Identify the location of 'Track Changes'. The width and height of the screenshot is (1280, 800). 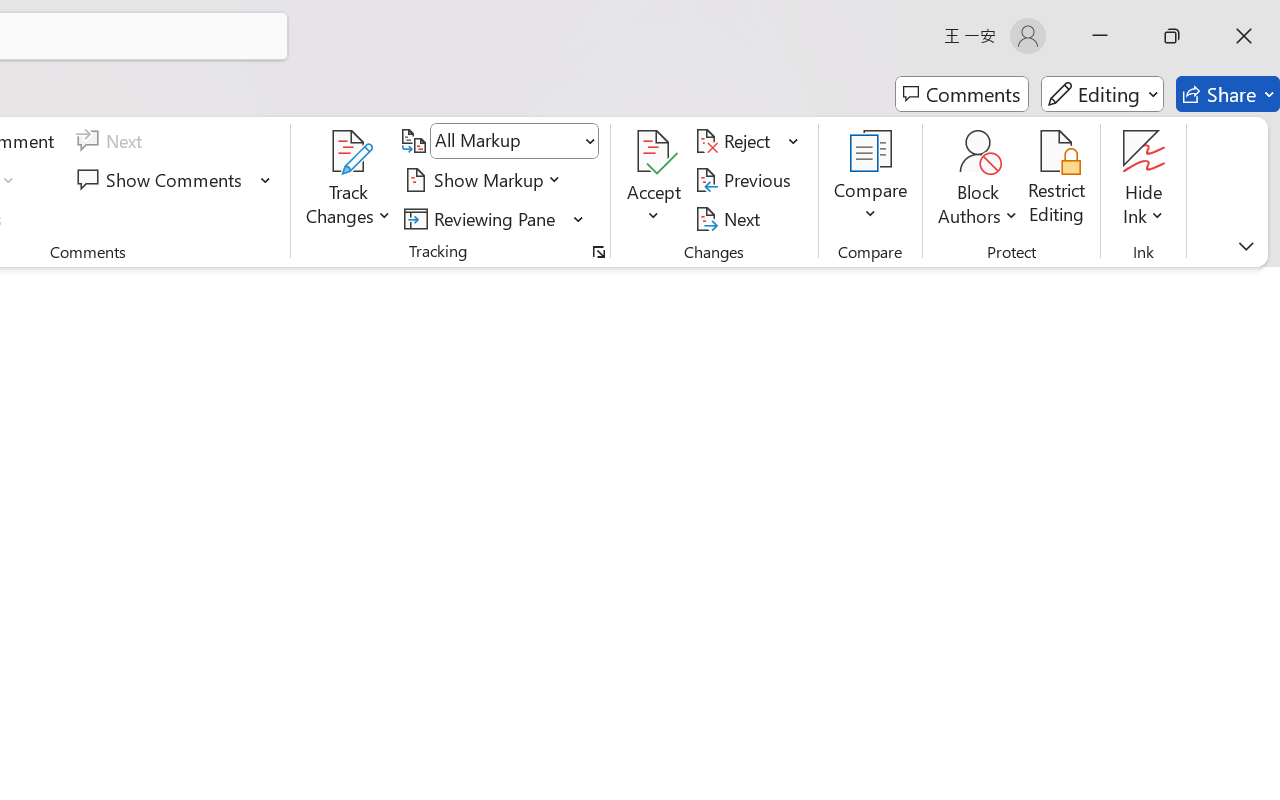
(349, 151).